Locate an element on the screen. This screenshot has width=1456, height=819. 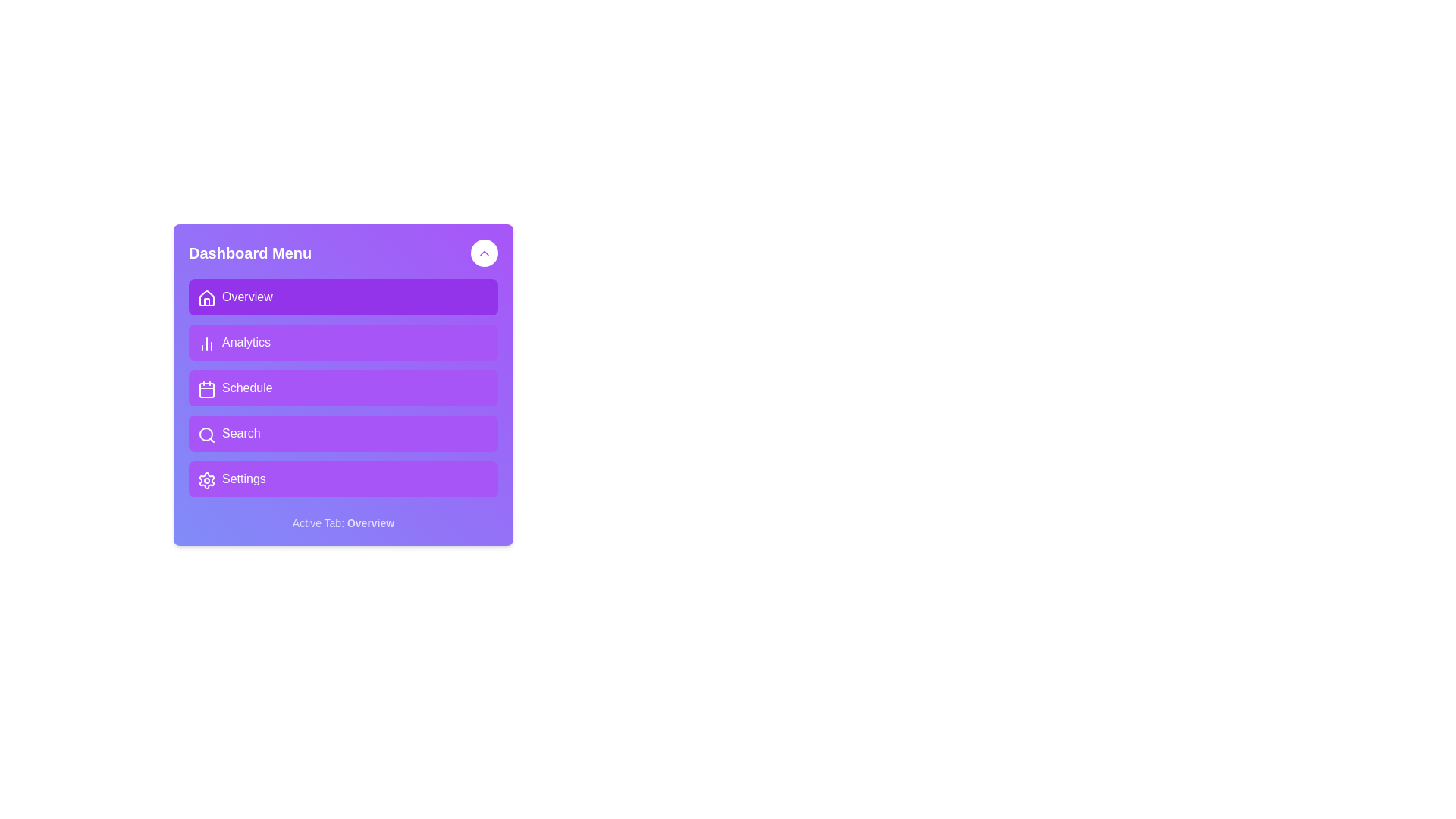
the text label 'Settings' in the navigation menu, which is styled with white text on a purple background and is the last item in the menu is located at coordinates (243, 479).